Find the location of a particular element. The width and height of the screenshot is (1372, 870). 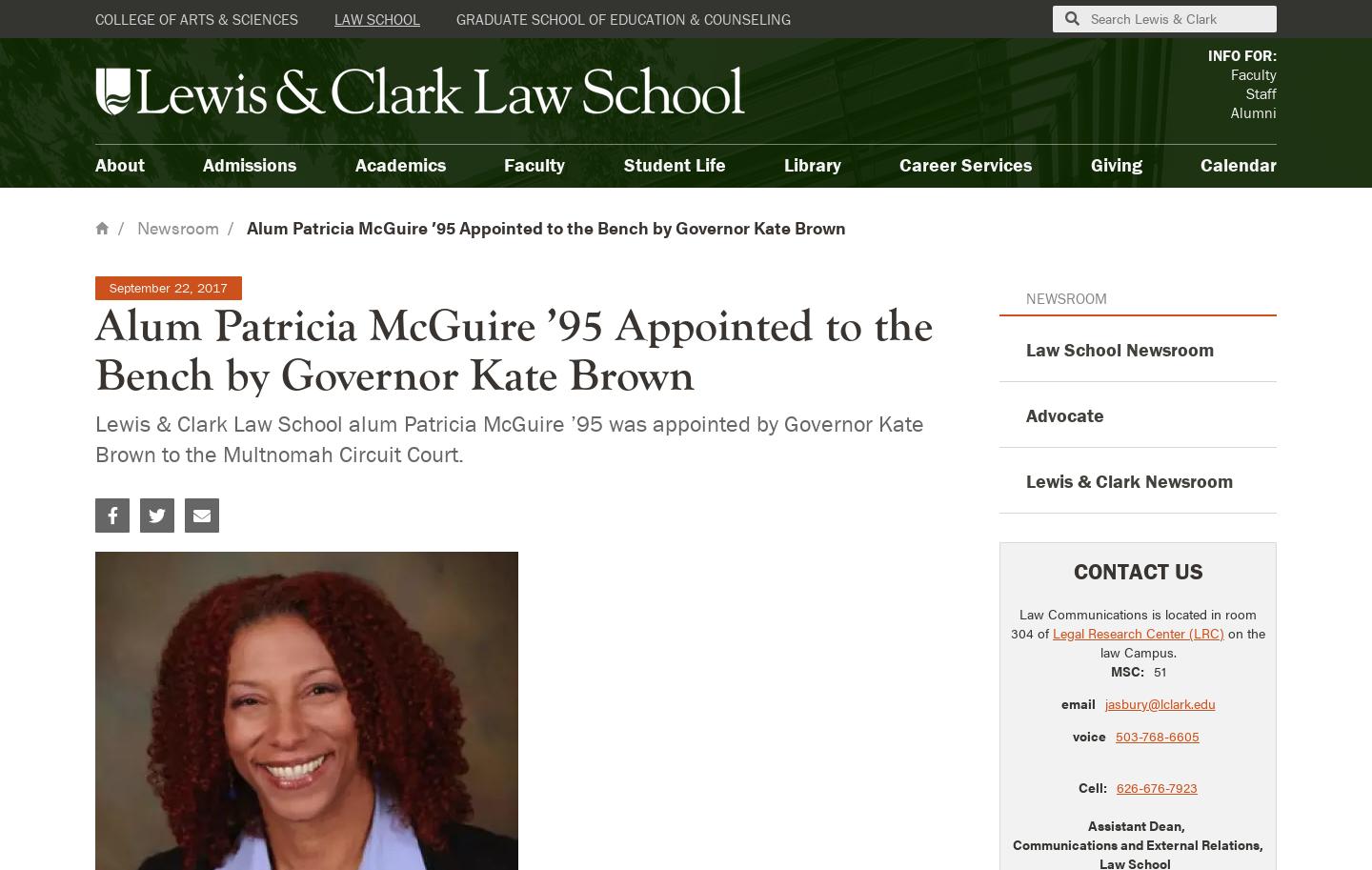

'September 22, 2017' is located at coordinates (167, 287).